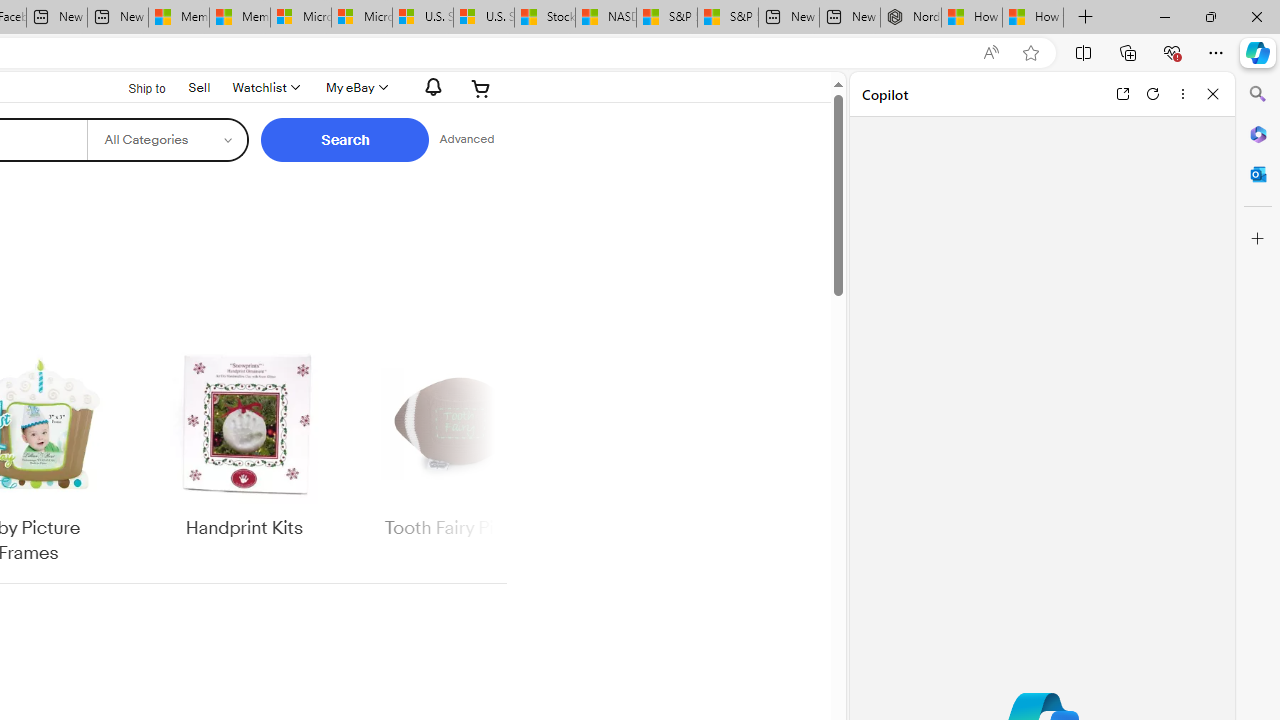 This screenshot has height=720, width=1280. What do you see at coordinates (355, 87) in the screenshot?
I see `'My eBayExpand My eBay'` at bounding box center [355, 87].